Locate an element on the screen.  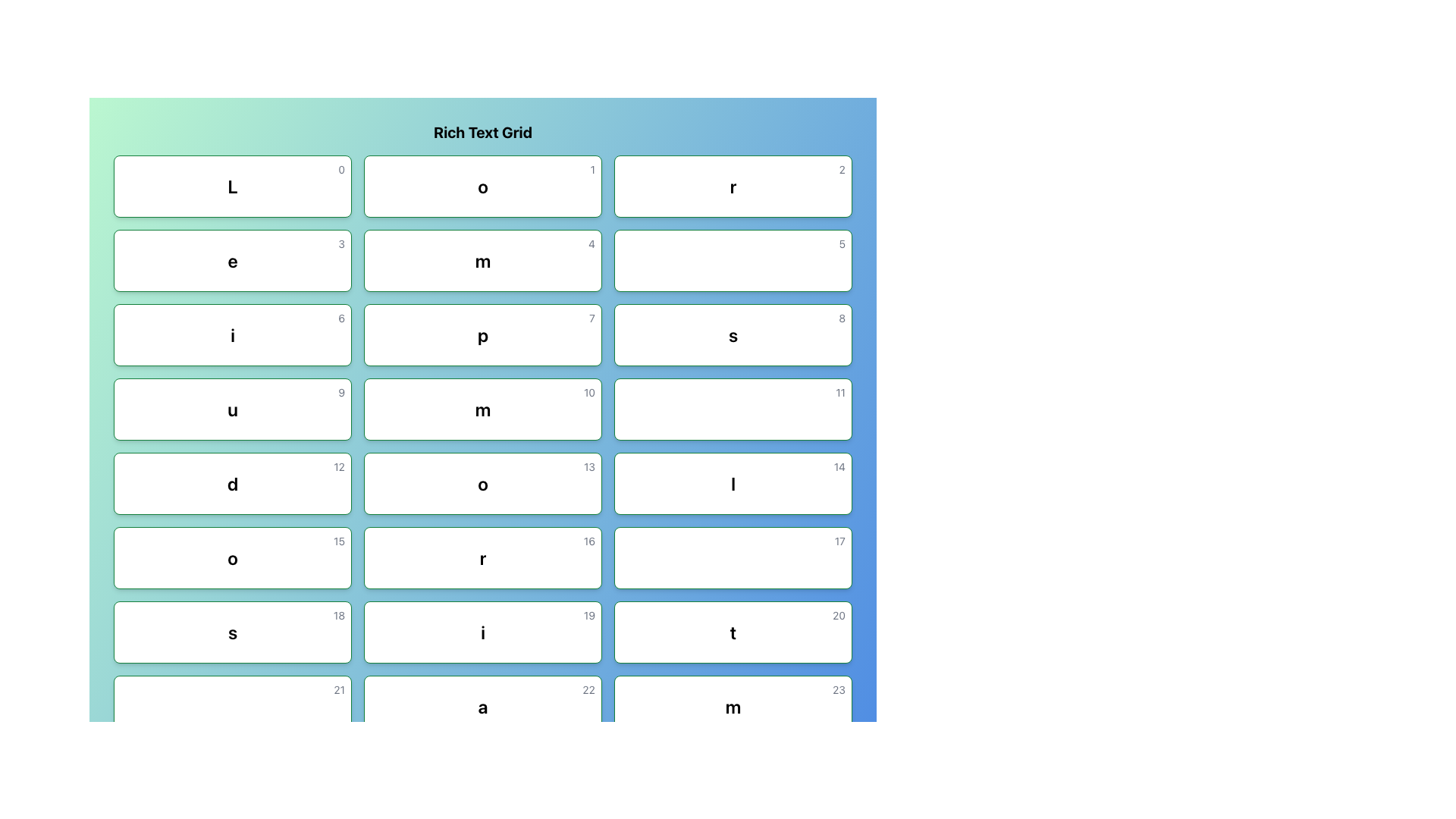
text displayed in the bold, centered heading element labeled 'Rich Text Grid' located at the top of the grid layout is located at coordinates (482, 131).